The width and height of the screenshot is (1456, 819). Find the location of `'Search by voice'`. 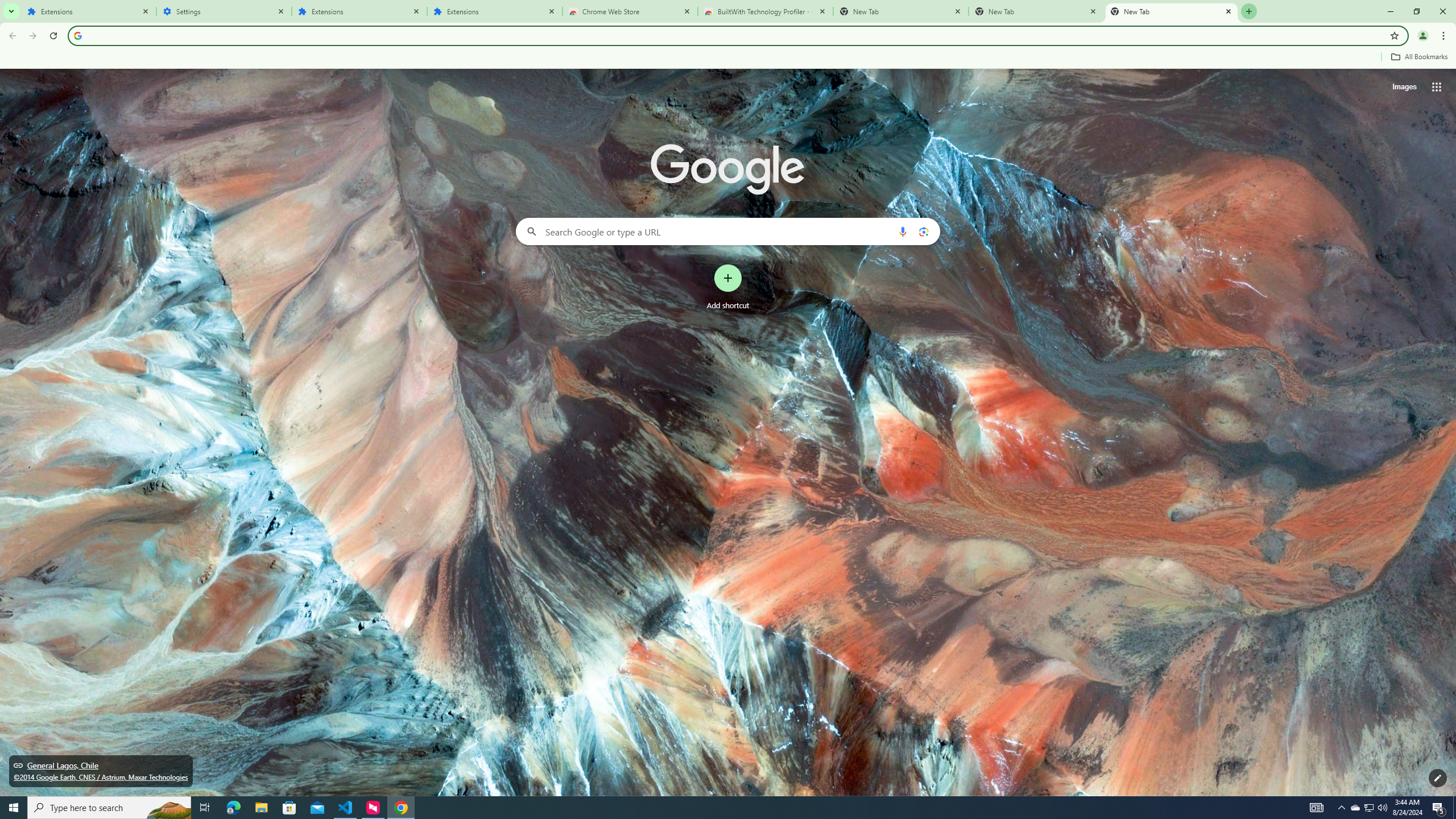

'Search by voice' is located at coordinates (902, 230).